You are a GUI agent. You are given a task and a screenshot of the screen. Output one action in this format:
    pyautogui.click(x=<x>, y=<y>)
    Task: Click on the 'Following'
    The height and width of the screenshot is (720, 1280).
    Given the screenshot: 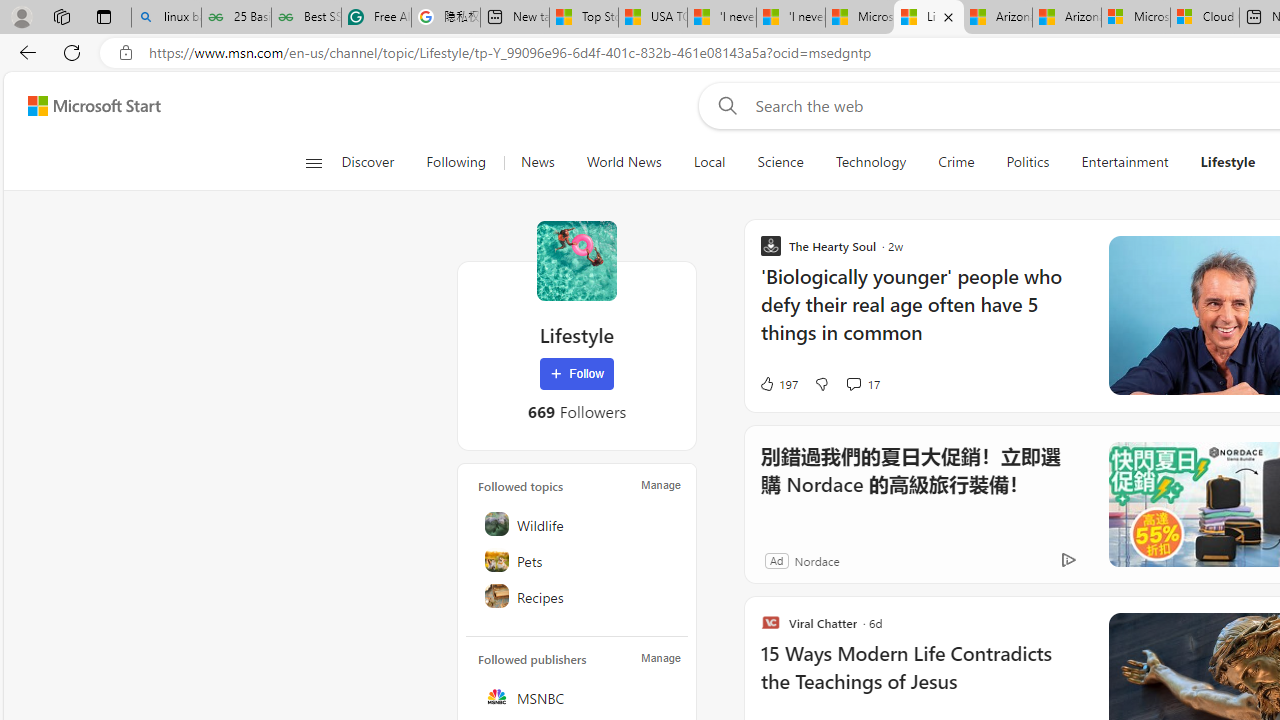 What is the action you would take?
    pyautogui.click(x=455, y=162)
    